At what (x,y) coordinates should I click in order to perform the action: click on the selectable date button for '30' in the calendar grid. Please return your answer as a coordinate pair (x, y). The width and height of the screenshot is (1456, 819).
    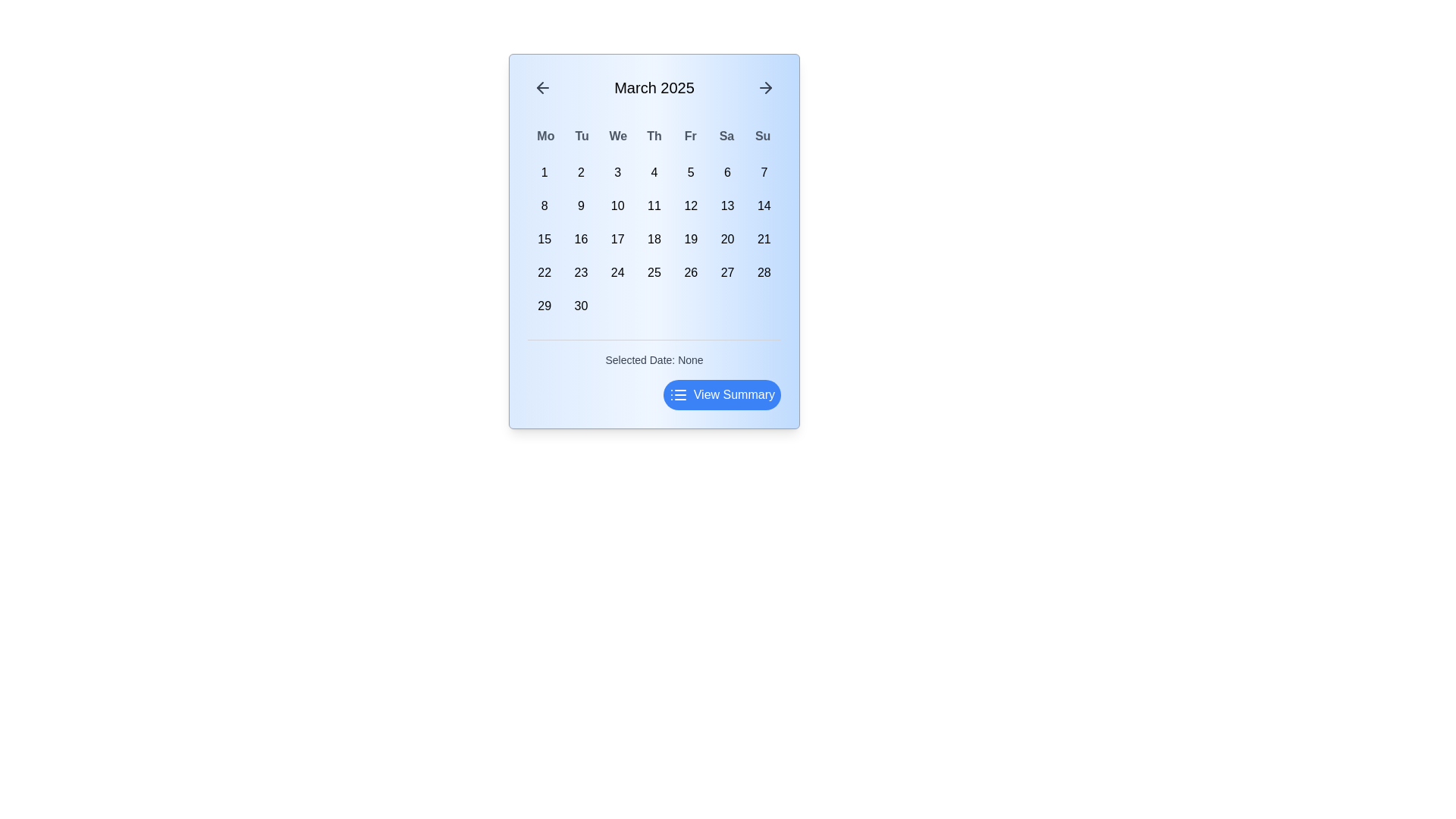
    Looking at the image, I should click on (580, 306).